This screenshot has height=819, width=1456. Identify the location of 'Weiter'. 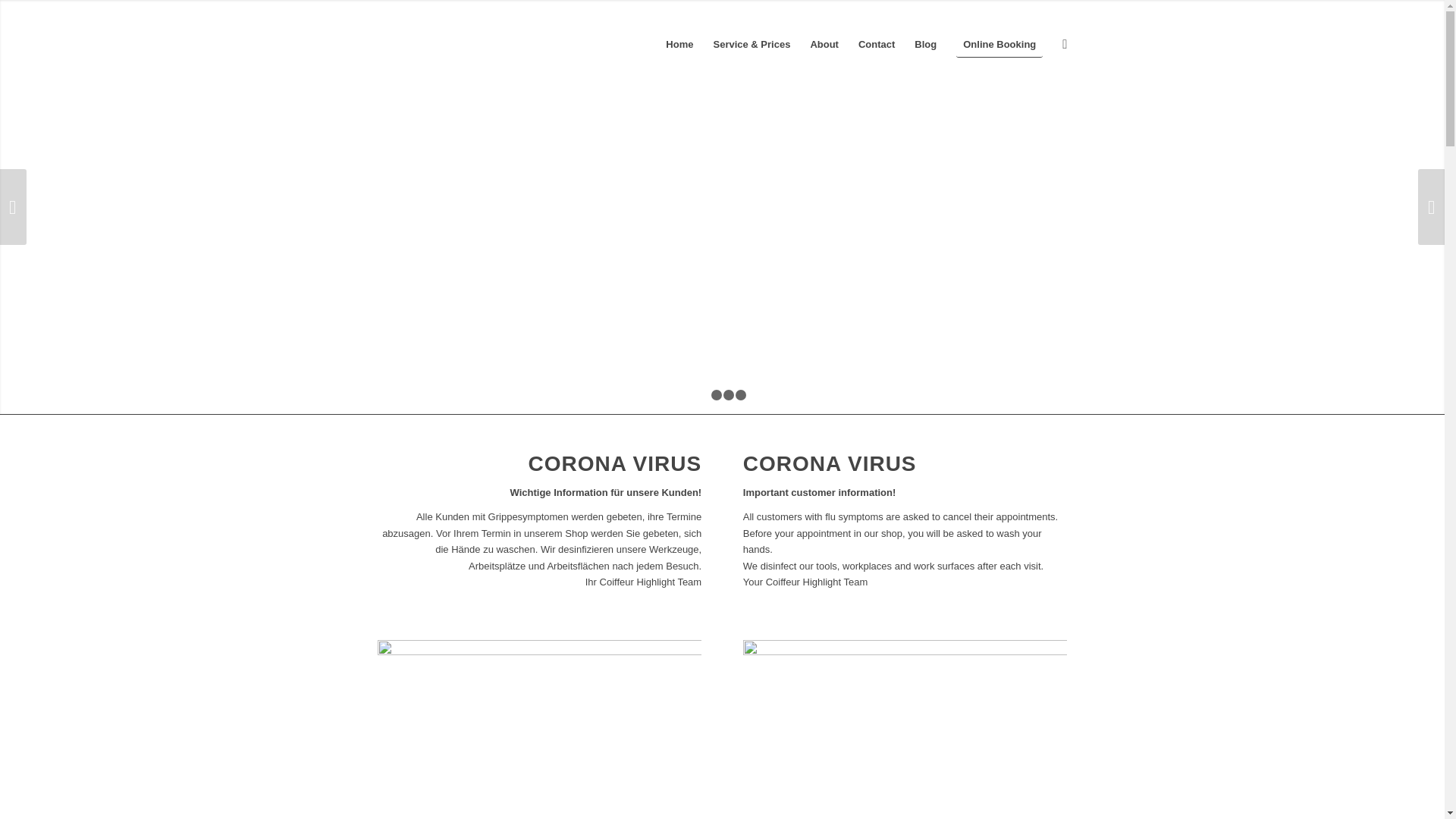
(1430, 207).